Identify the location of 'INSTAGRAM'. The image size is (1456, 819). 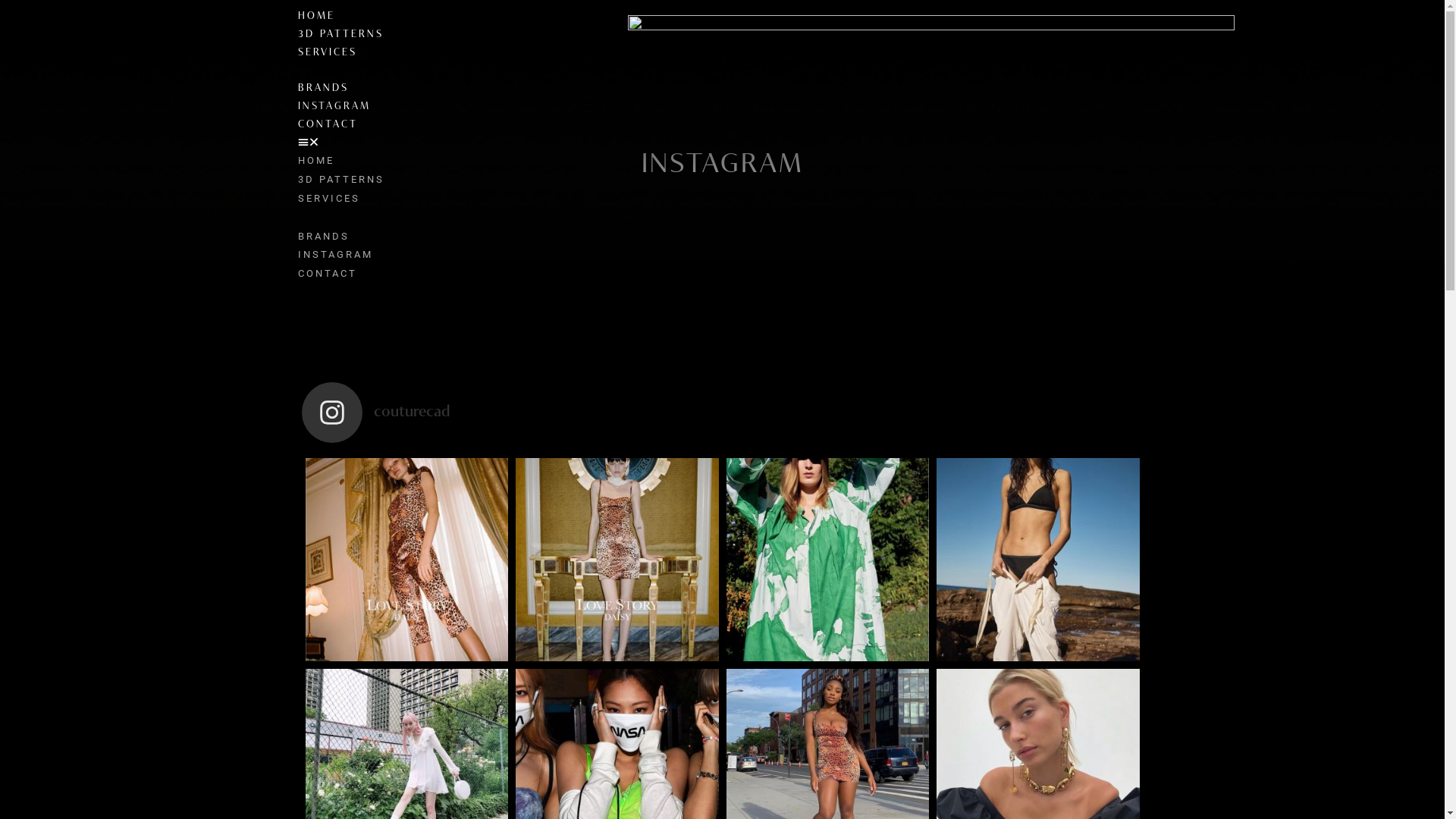
(297, 105).